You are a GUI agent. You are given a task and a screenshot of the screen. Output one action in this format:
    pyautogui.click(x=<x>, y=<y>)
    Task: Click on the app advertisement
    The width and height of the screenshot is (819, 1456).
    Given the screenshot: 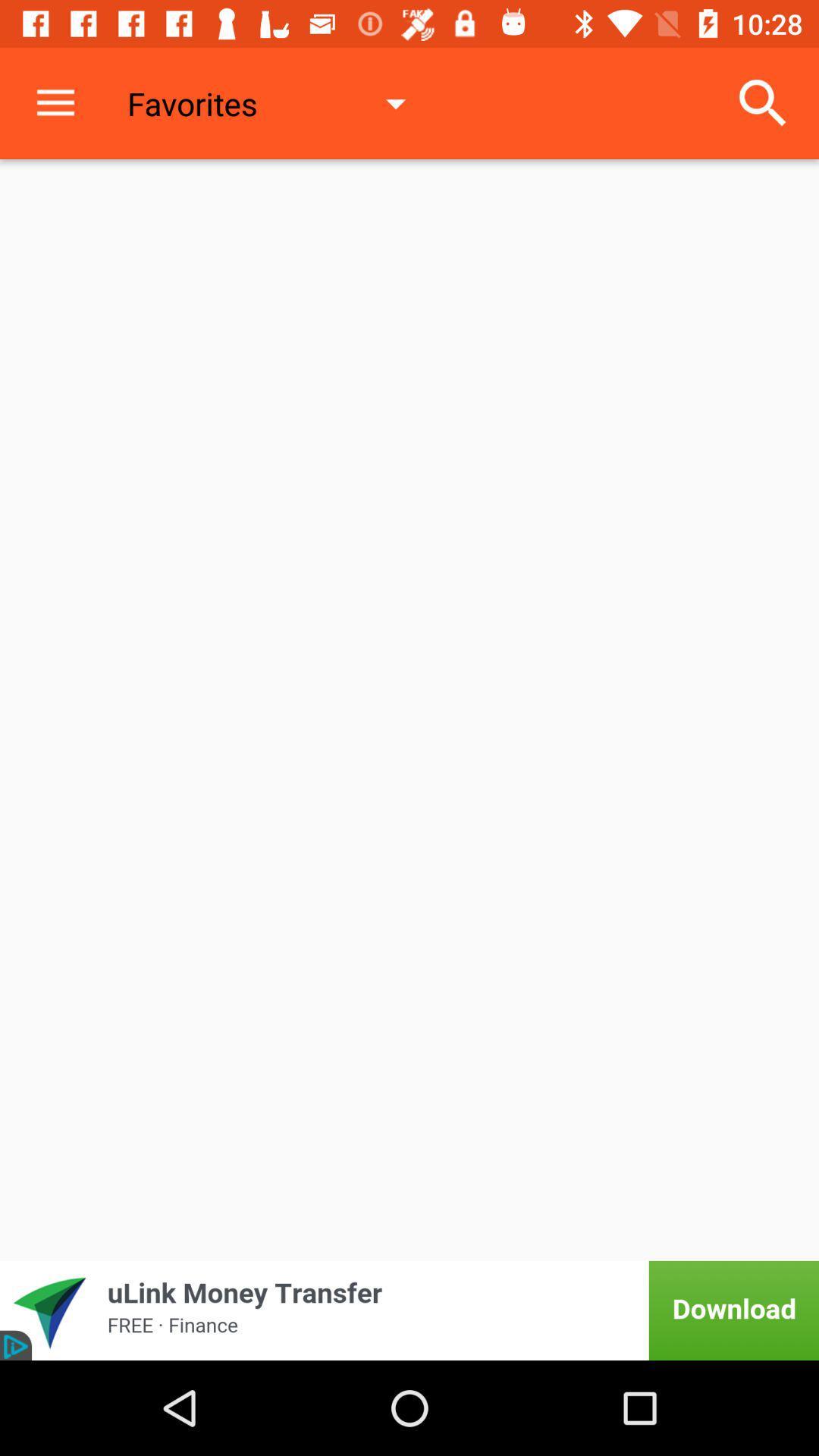 What is the action you would take?
    pyautogui.click(x=409, y=1310)
    